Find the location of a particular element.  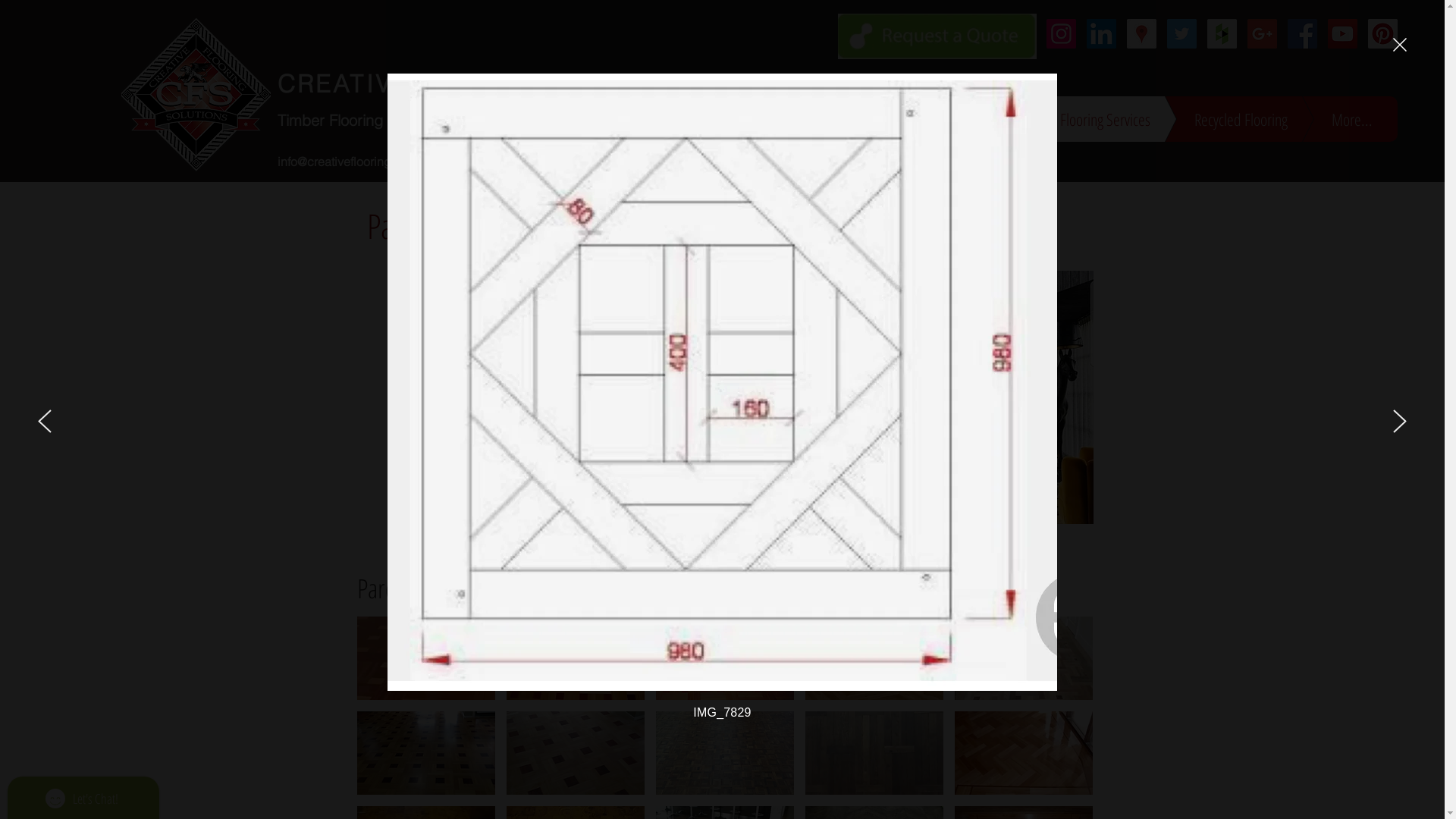

'Recycled Flooring' is located at coordinates (1219, 117).